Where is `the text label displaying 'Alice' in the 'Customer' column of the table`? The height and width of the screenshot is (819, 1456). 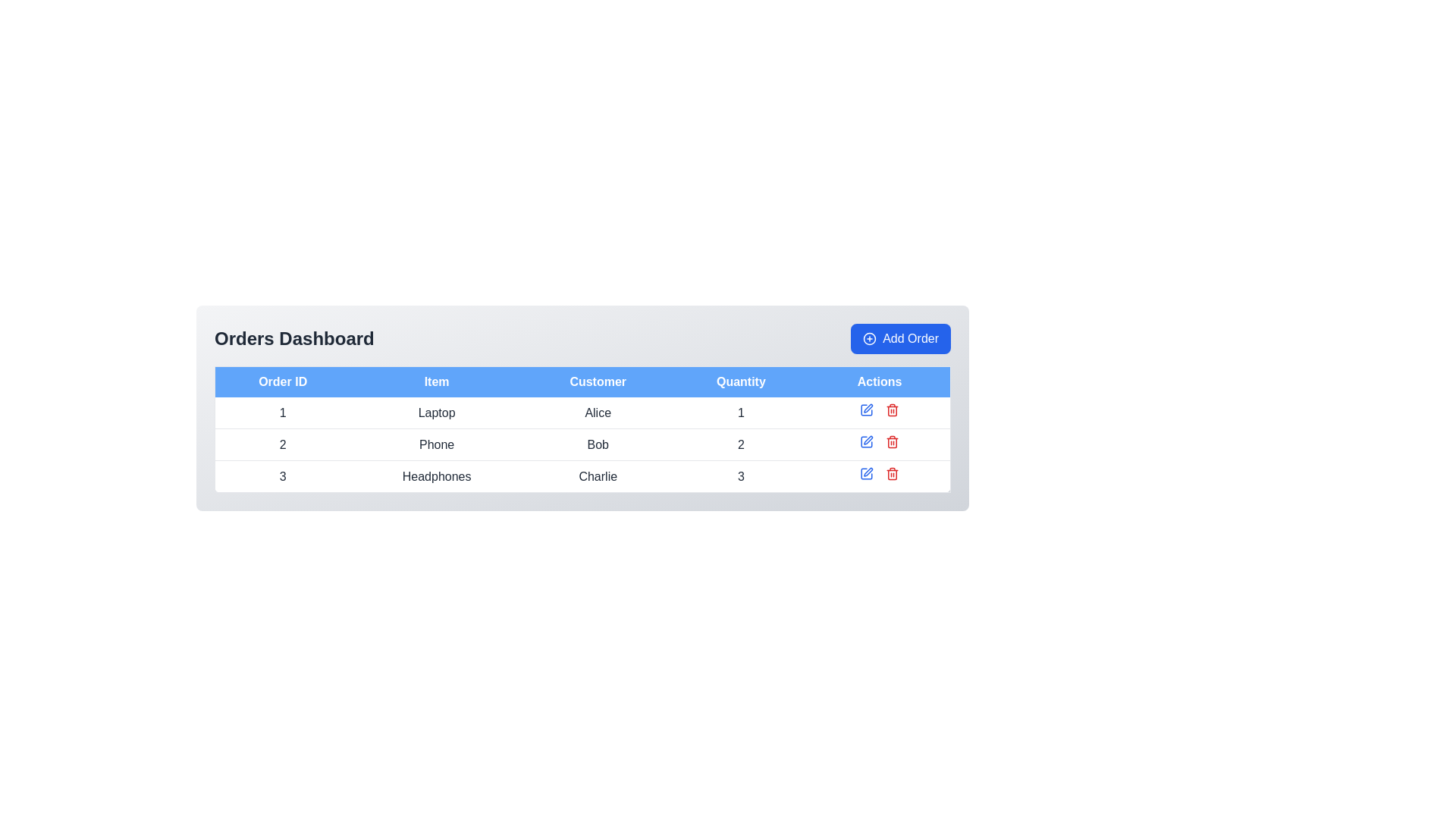 the text label displaying 'Alice' in the 'Customer' column of the table is located at coordinates (597, 413).